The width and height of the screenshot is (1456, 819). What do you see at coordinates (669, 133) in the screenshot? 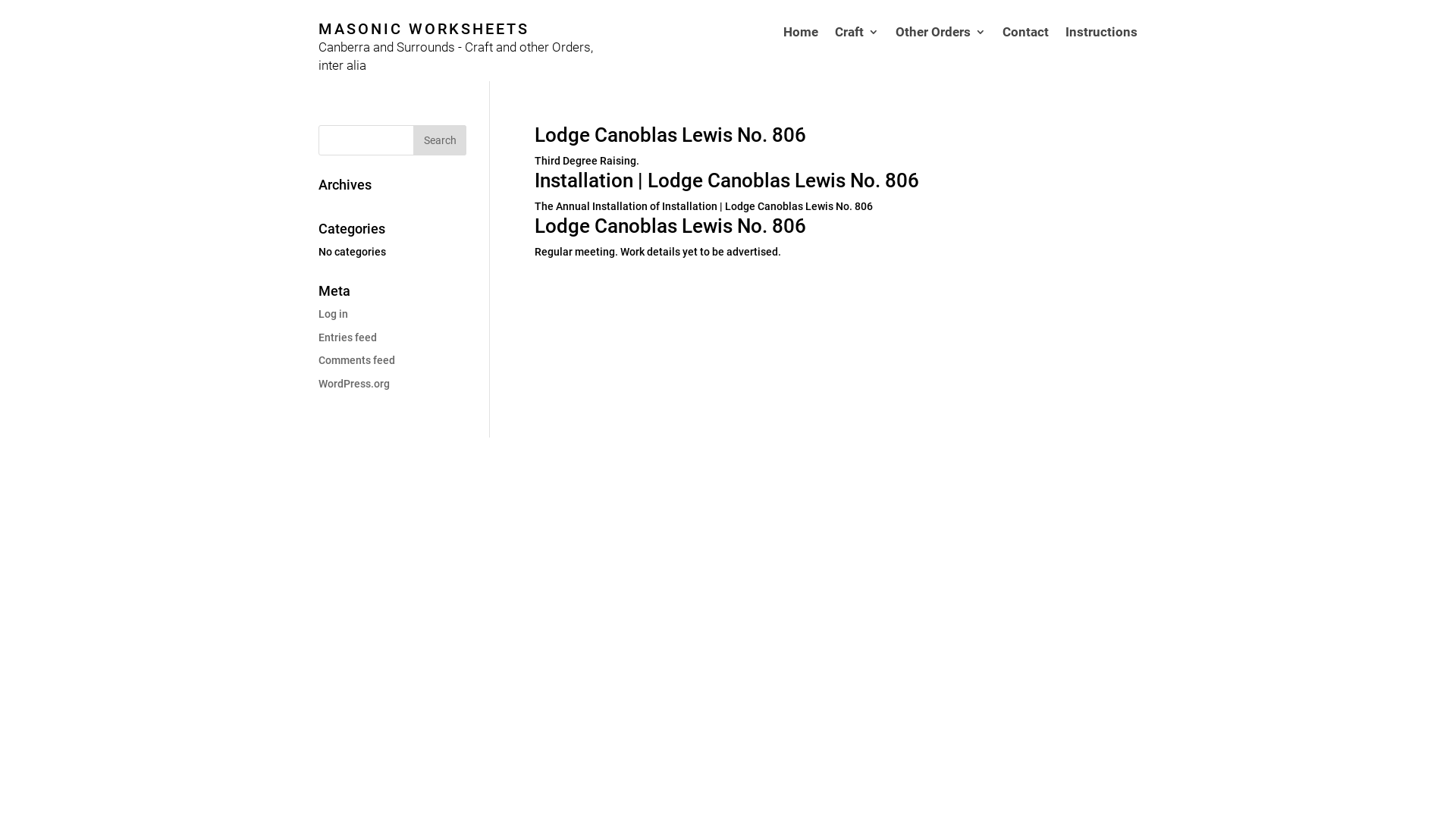
I see `'Lodge Canoblas Lewis No. 806'` at bounding box center [669, 133].